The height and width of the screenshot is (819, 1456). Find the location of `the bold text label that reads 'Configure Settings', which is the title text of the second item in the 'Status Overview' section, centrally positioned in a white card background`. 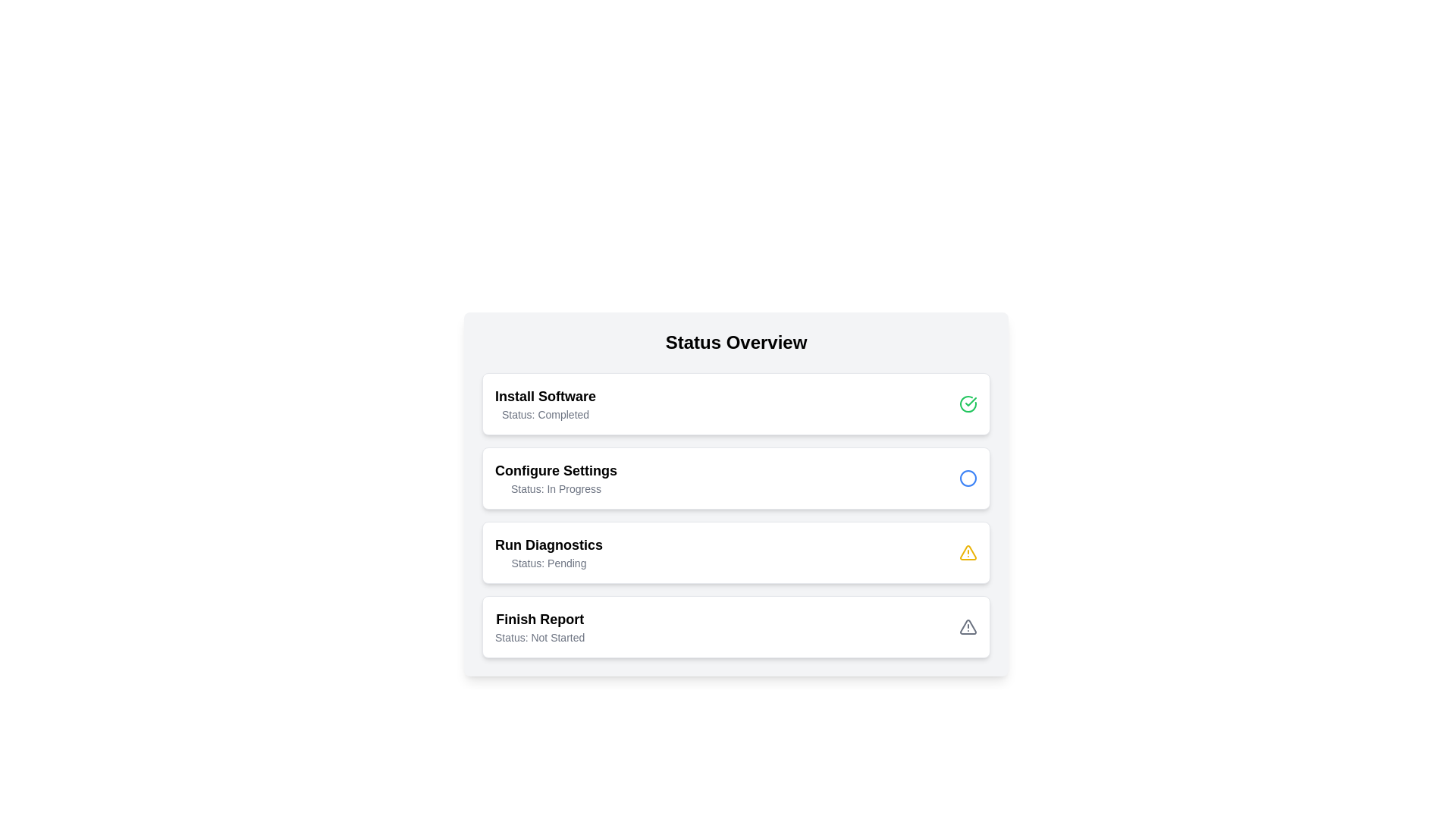

the bold text label that reads 'Configure Settings', which is the title text of the second item in the 'Status Overview' section, centrally positioned in a white card background is located at coordinates (555, 470).